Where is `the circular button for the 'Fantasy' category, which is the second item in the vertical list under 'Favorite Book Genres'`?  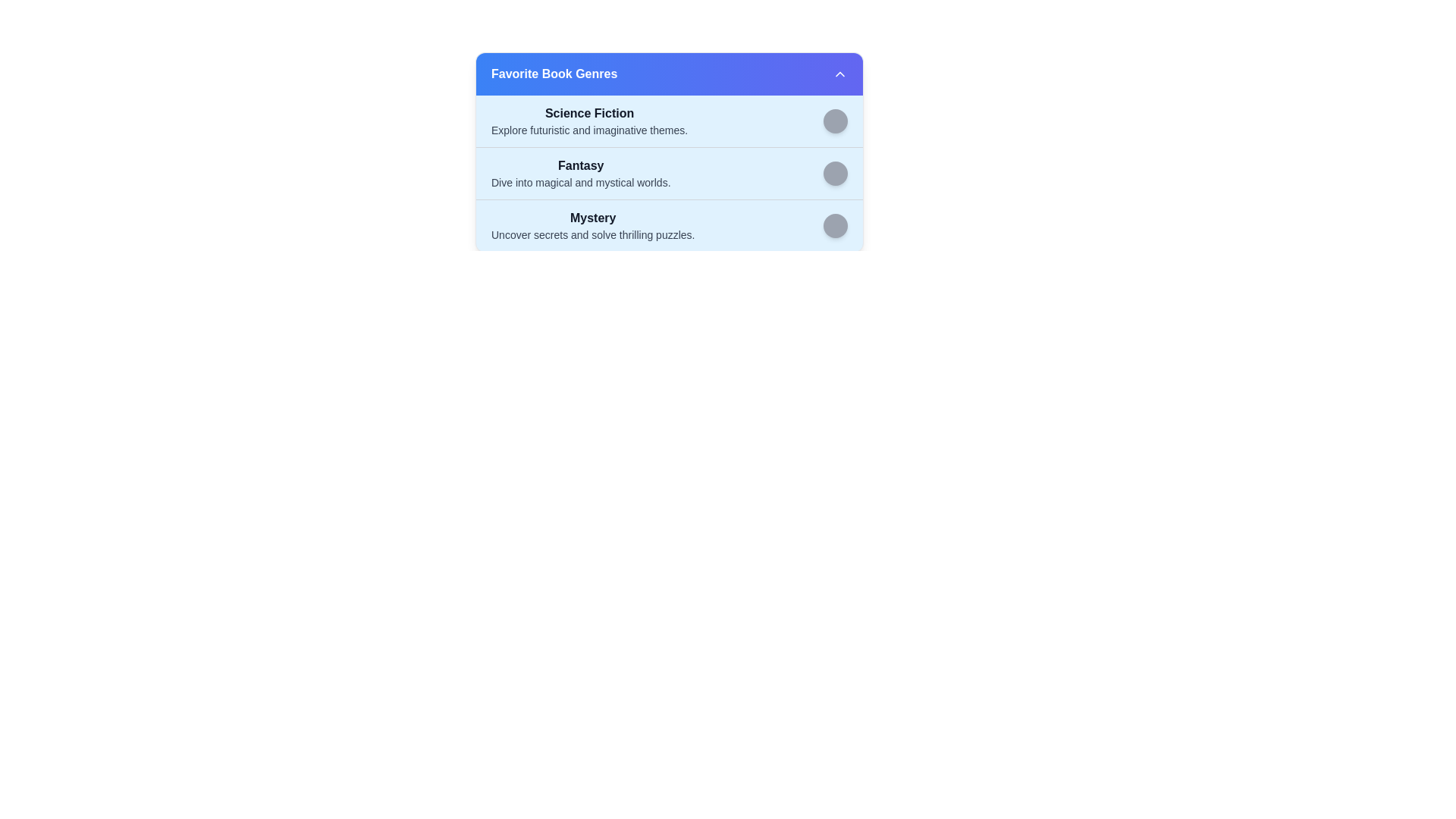
the circular button for the 'Fantasy' category, which is the second item in the vertical list under 'Favorite Book Genres' is located at coordinates (669, 172).